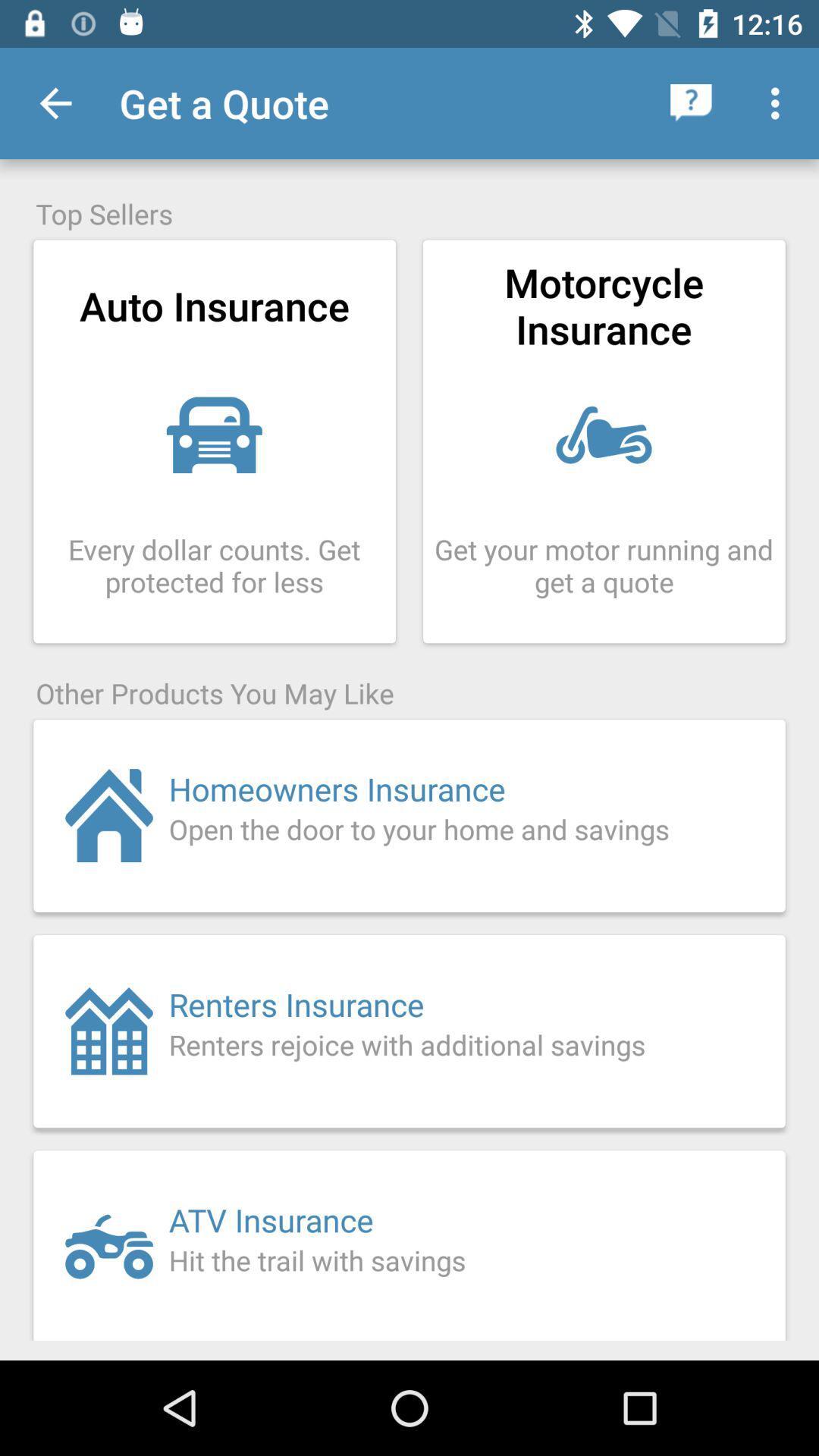  I want to click on the app to the left of get a quote app, so click(55, 102).